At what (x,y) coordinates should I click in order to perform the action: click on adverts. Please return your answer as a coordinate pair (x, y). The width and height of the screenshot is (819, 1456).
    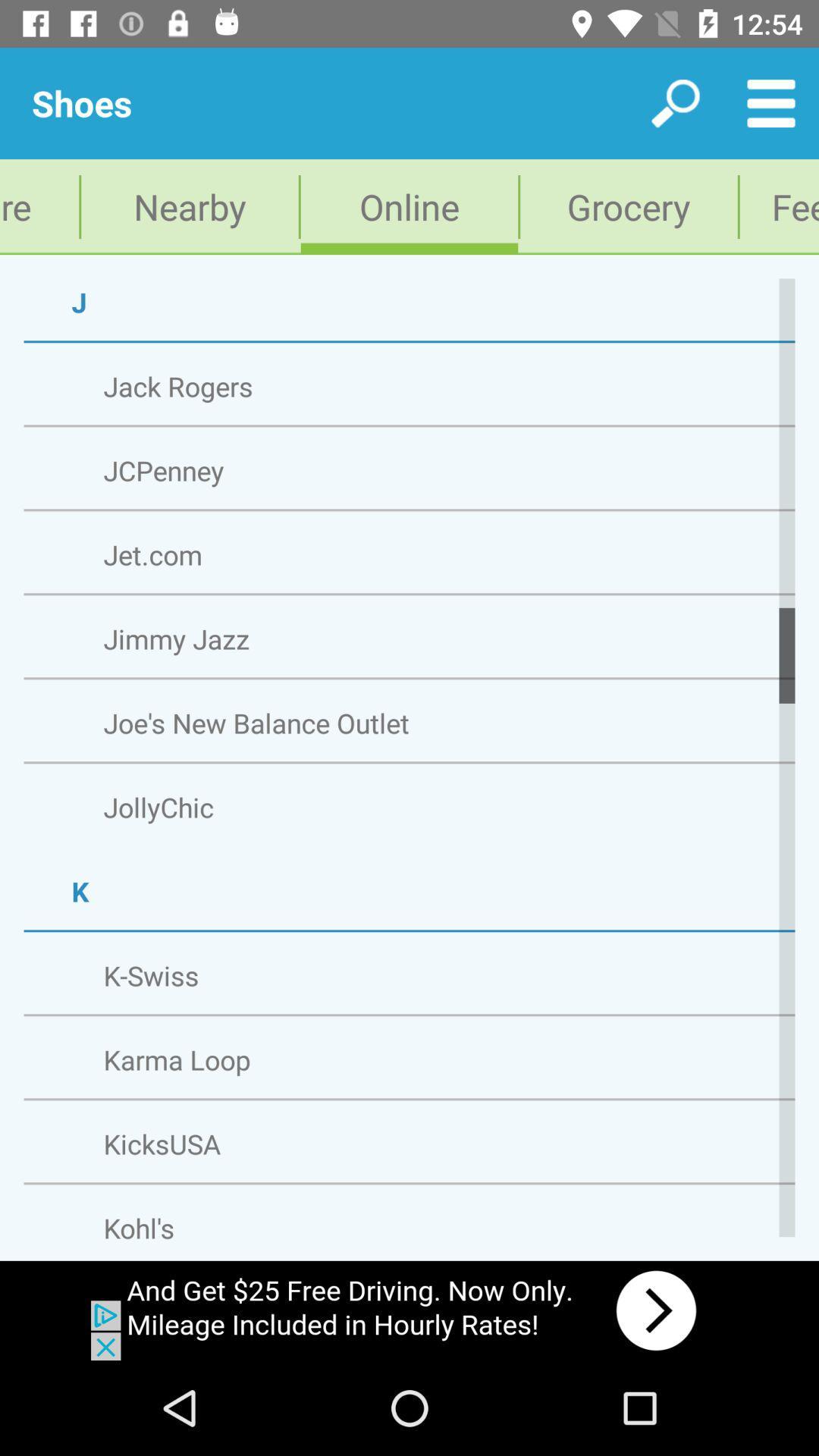
    Looking at the image, I should click on (409, 1310).